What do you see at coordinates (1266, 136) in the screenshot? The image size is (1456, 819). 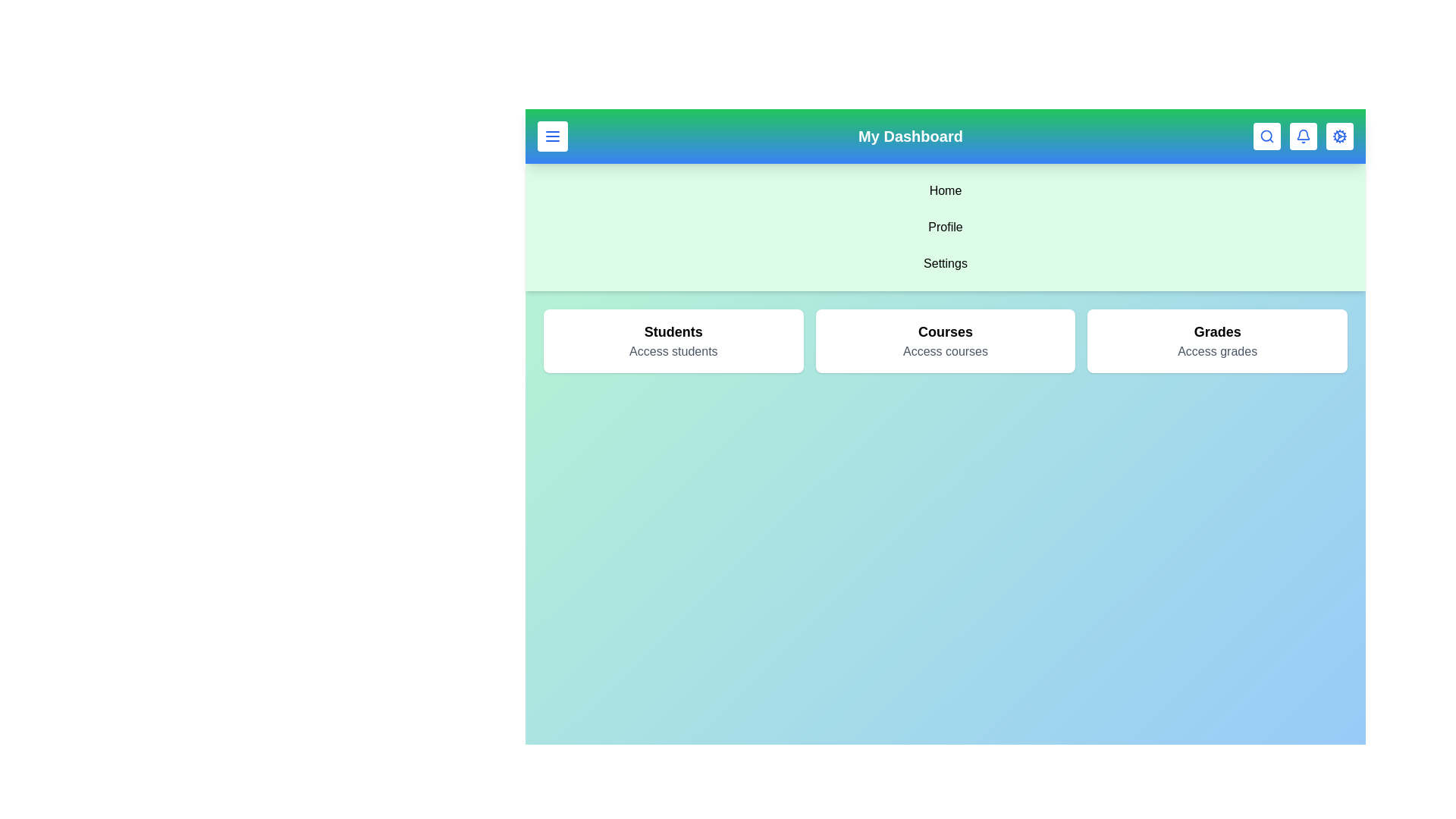 I see `the Search button in the navigation bar` at bounding box center [1266, 136].